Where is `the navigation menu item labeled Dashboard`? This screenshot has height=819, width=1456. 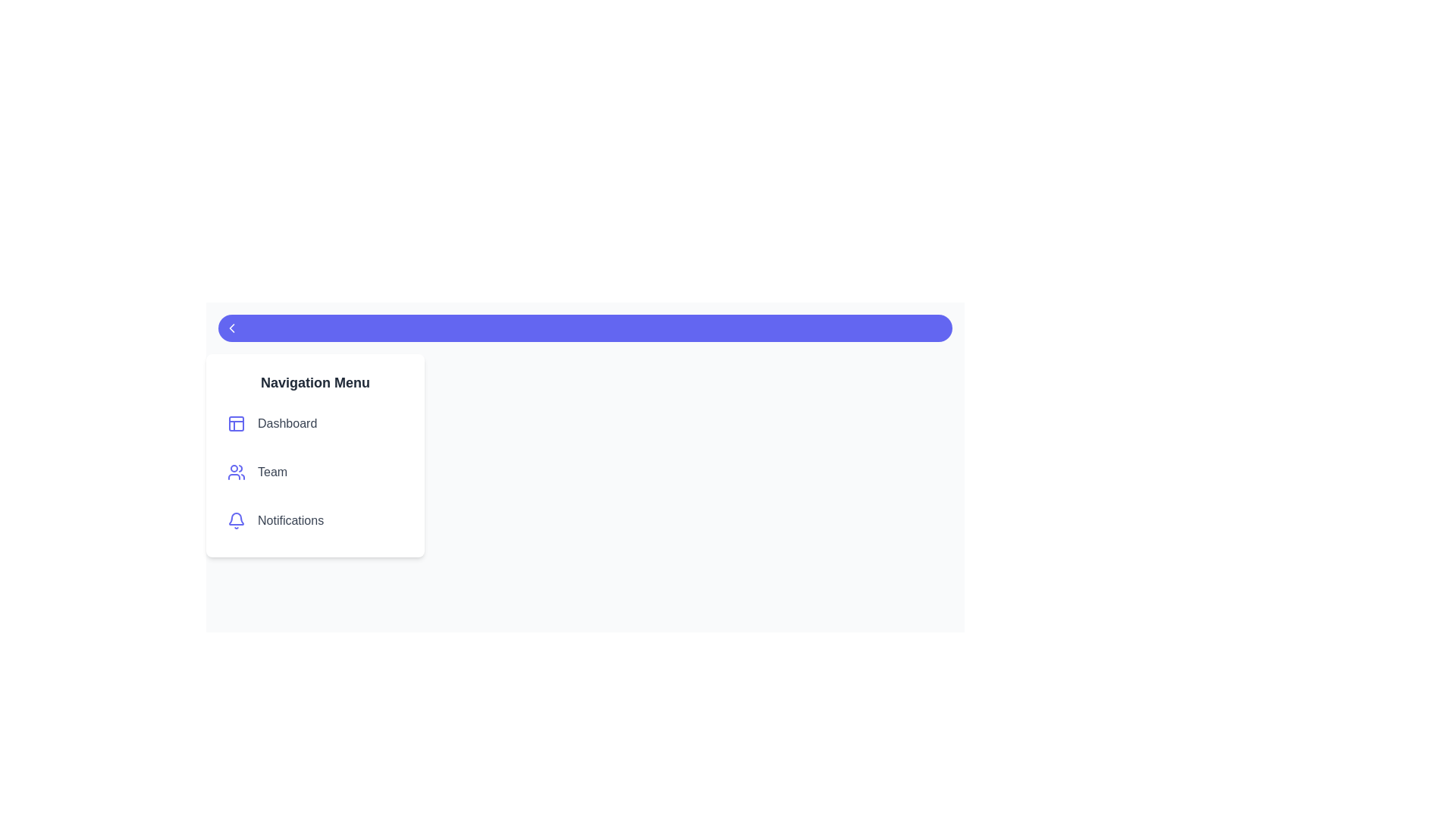 the navigation menu item labeled Dashboard is located at coordinates (315, 424).